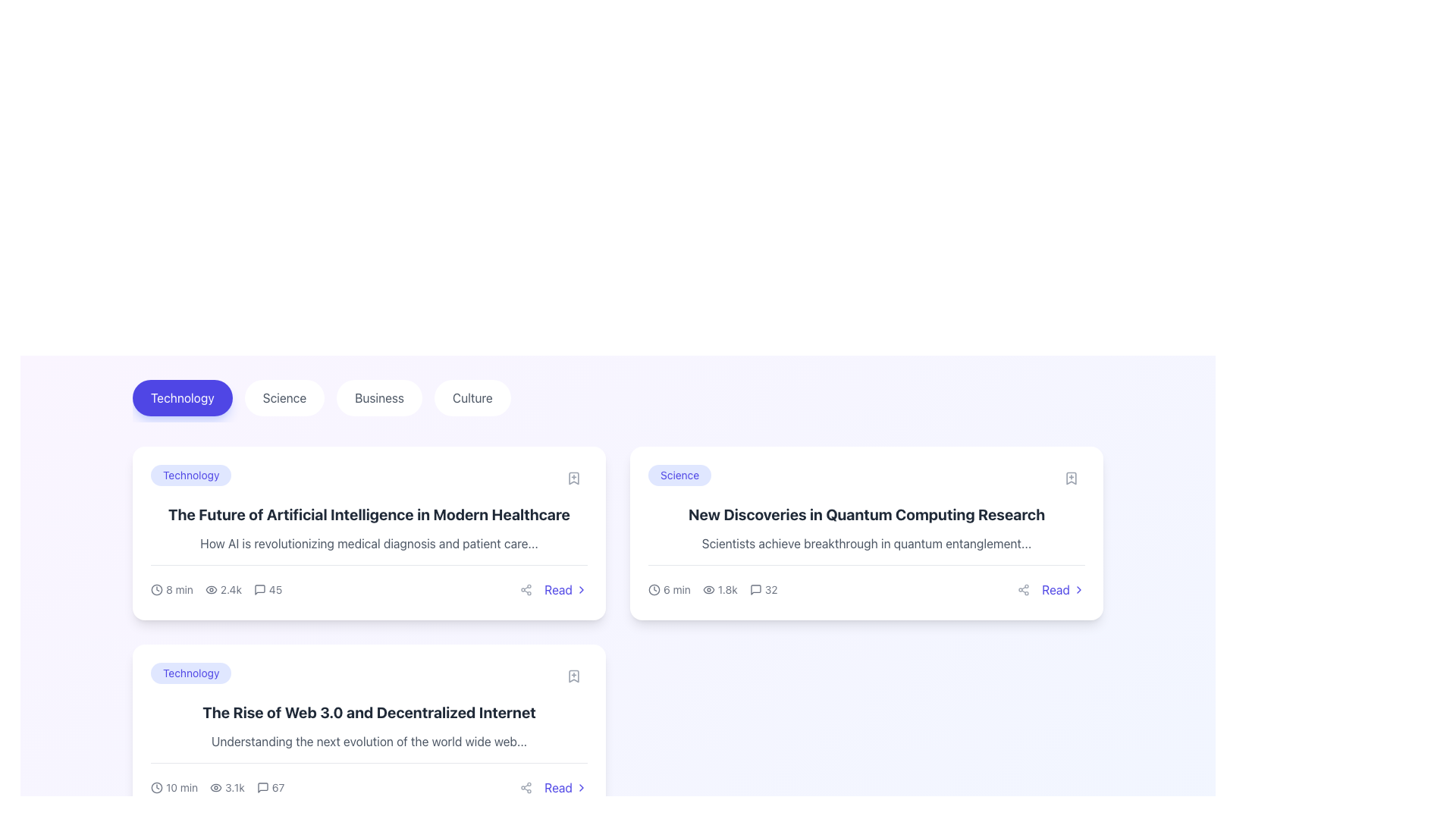  What do you see at coordinates (259, 589) in the screenshot?
I see `the comments icon representing interactions for the article 'The Future of Artificial Intelligence in Modern Healthcare'` at bounding box center [259, 589].